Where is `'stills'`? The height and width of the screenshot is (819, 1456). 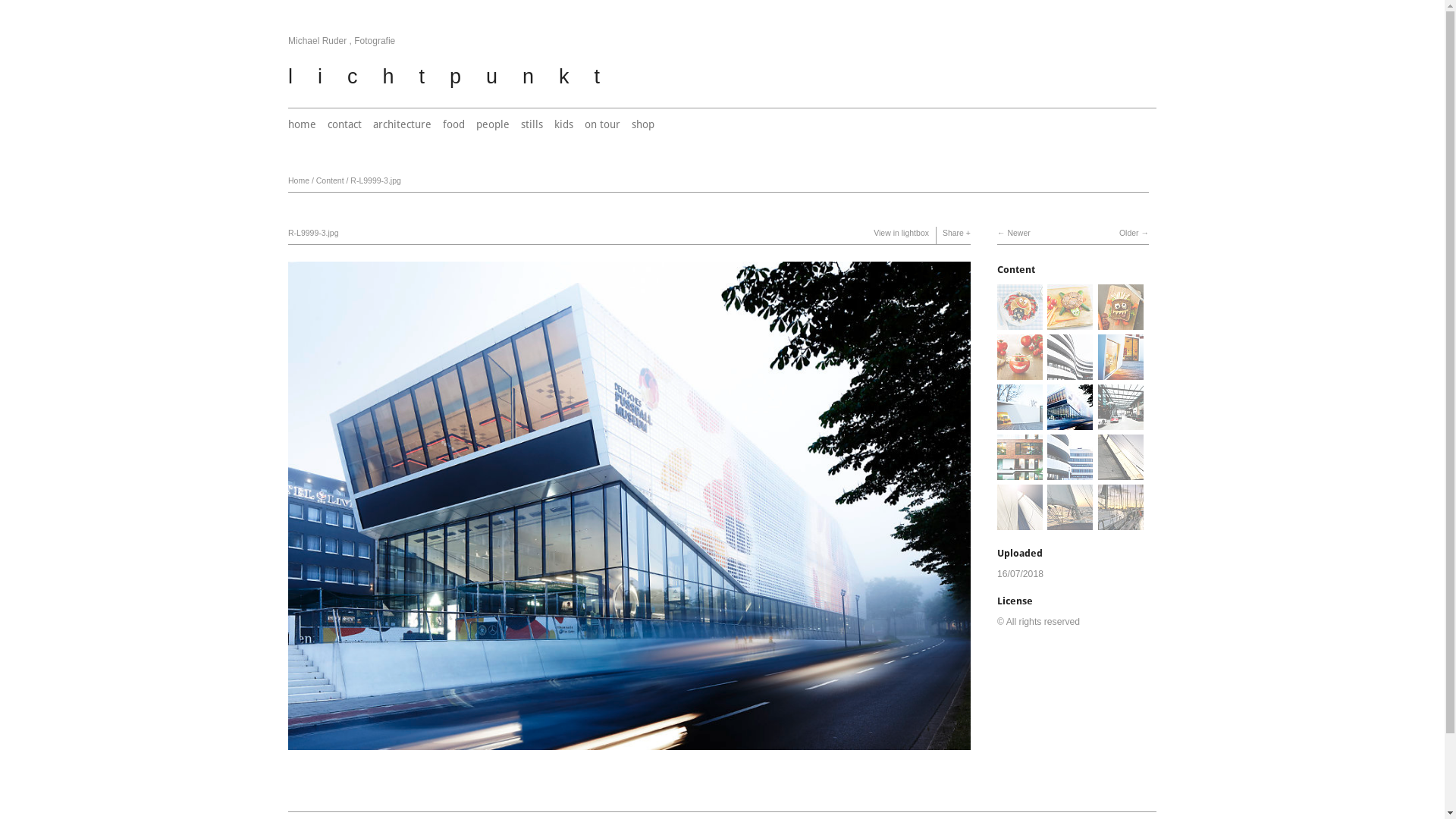 'stills' is located at coordinates (532, 124).